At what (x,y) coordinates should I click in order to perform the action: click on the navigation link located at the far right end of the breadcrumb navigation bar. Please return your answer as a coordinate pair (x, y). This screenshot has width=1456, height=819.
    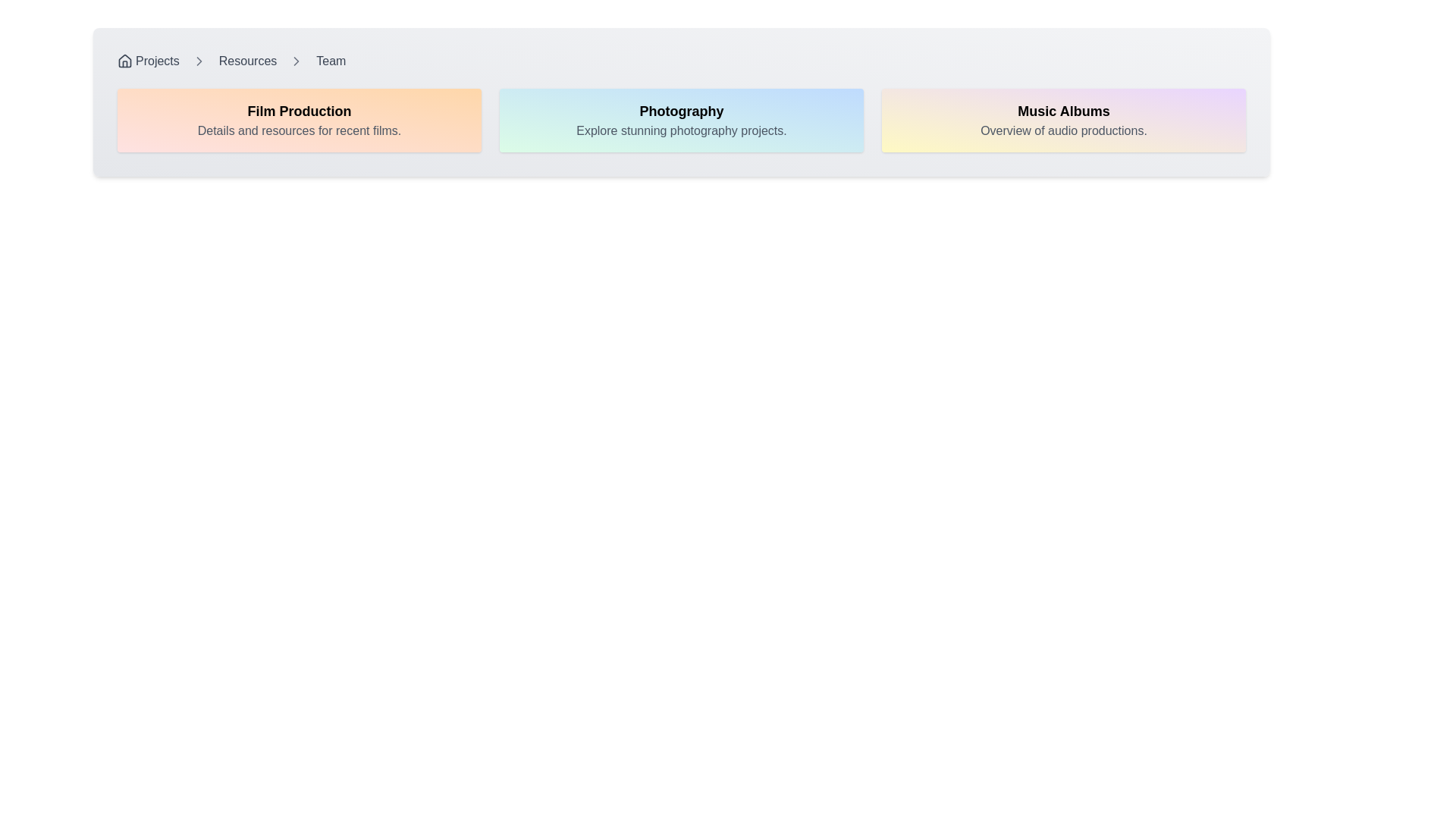
    Looking at the image, I should click on (330, 61).